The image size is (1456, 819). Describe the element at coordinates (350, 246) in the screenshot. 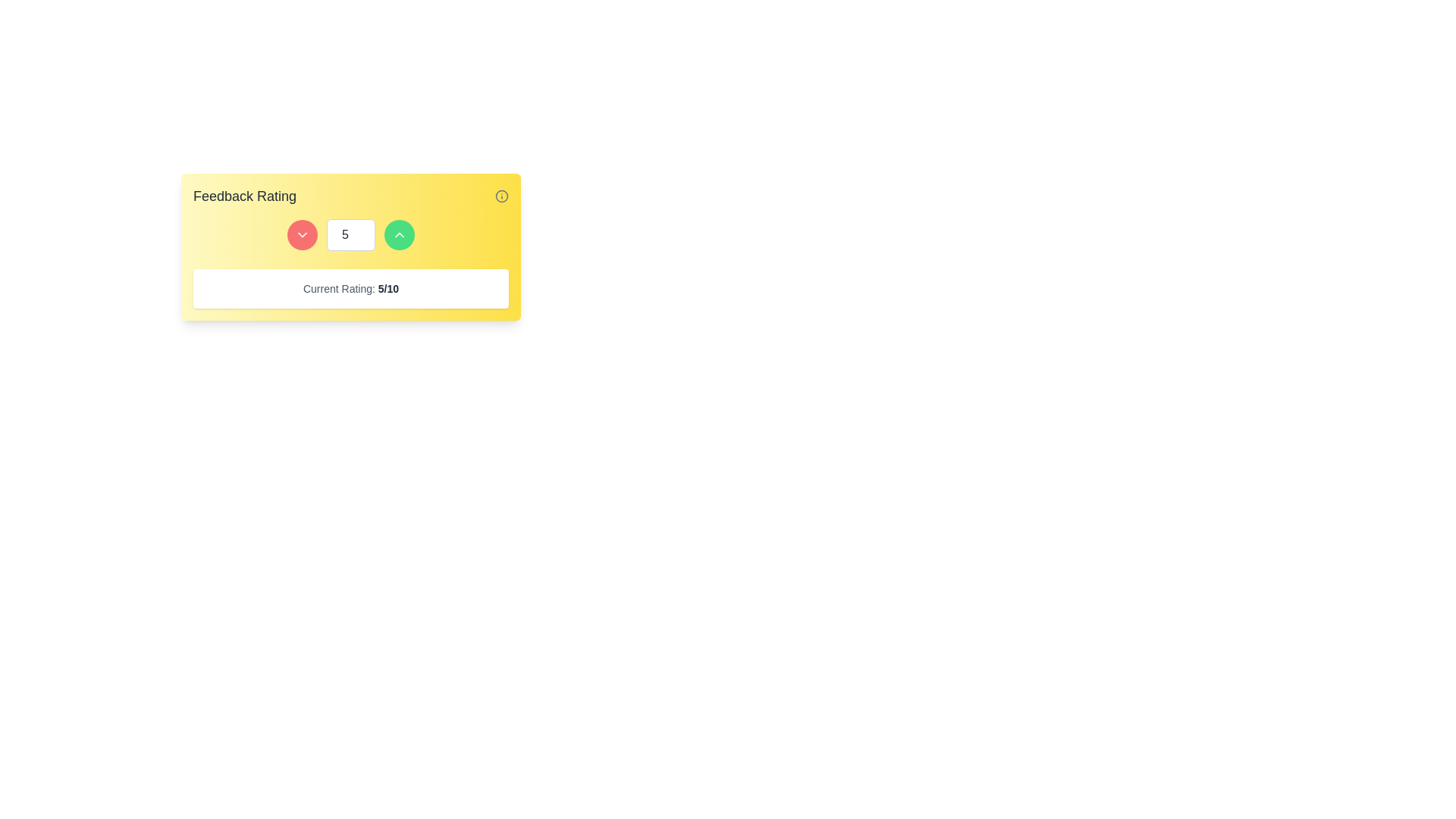

I see `the increment button of the Interactive rating component to raise the rating value` at that location.